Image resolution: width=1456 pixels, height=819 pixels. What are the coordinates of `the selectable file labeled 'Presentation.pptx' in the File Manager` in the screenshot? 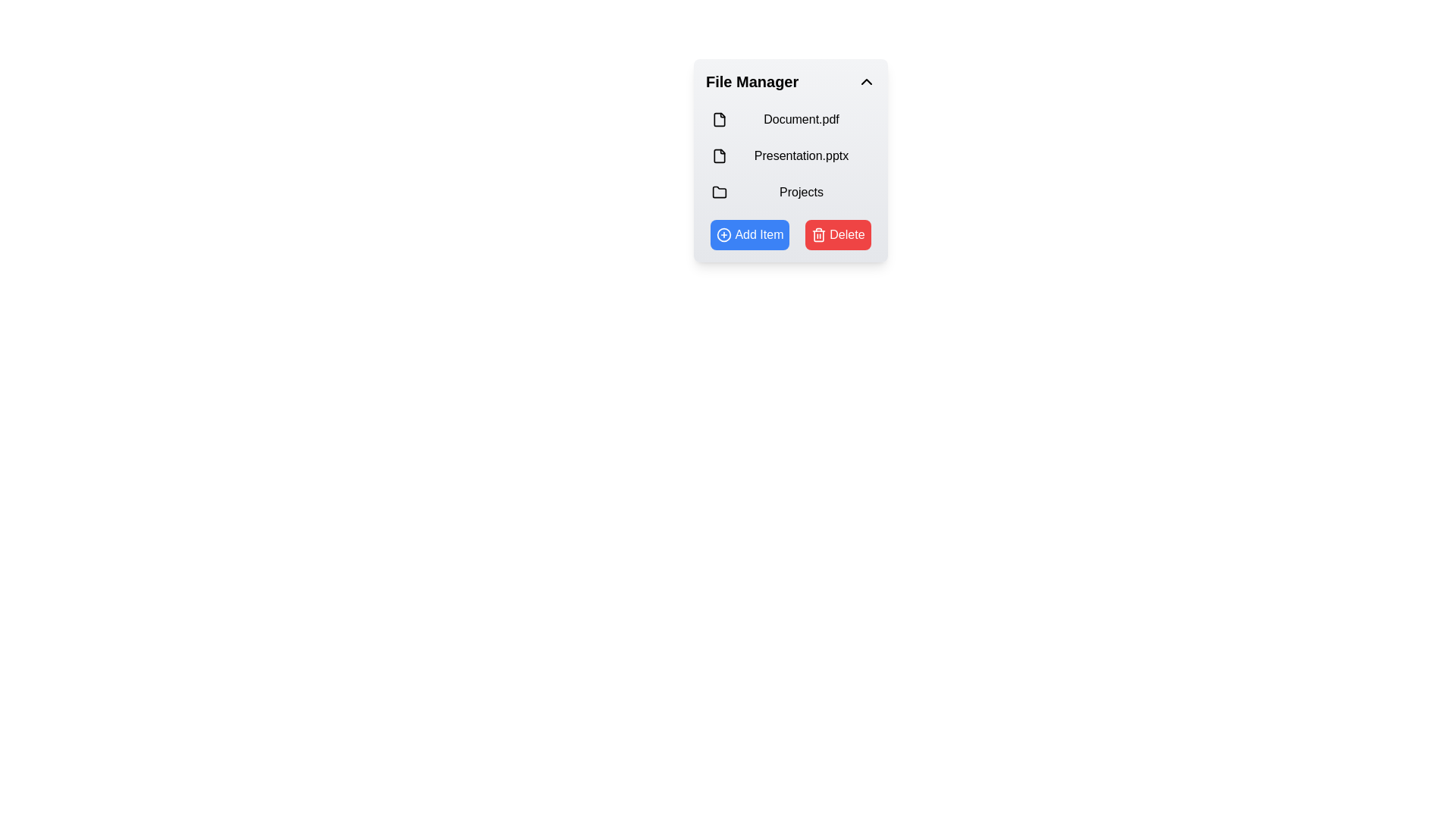 It's located at (789, 155).